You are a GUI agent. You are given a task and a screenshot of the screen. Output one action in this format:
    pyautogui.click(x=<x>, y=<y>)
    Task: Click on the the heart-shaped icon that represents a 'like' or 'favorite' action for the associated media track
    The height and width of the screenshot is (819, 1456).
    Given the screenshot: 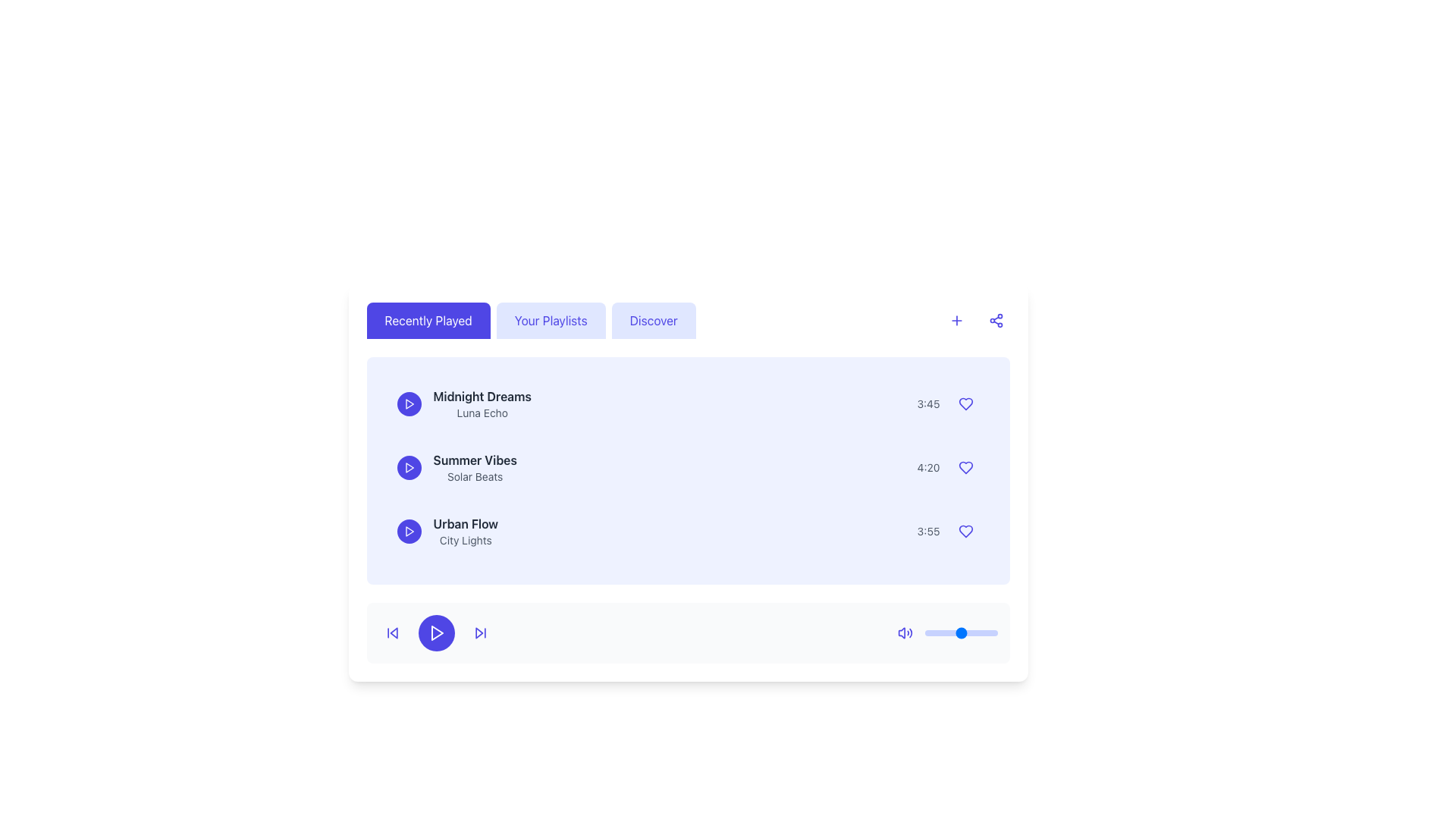 What is the action you would take?
    pyautogui.click(x=965, y=531)
    